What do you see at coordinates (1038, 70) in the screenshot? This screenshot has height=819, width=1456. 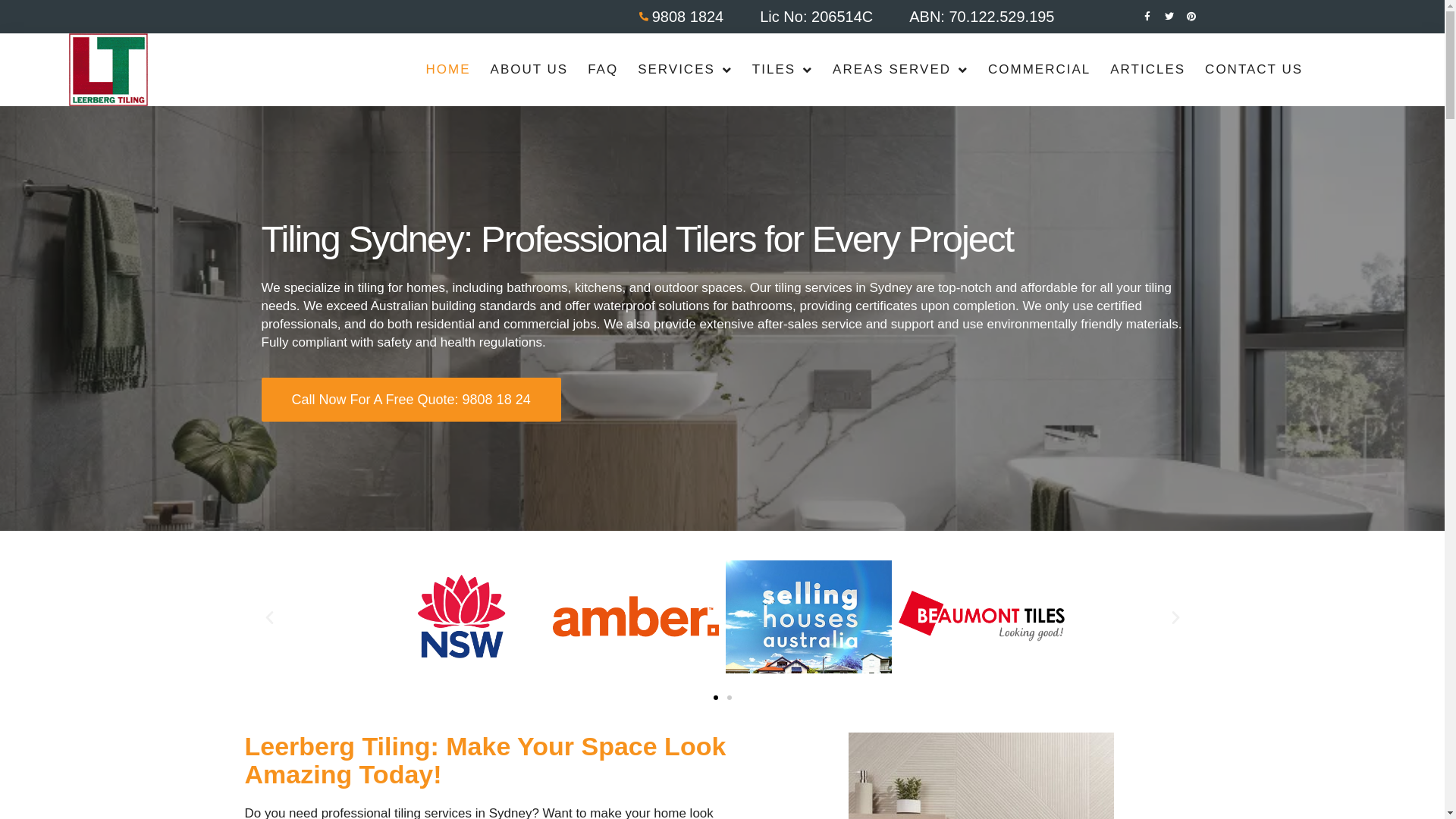 I see `'COMMERCIAL'` at bounding box center [1038, 70].